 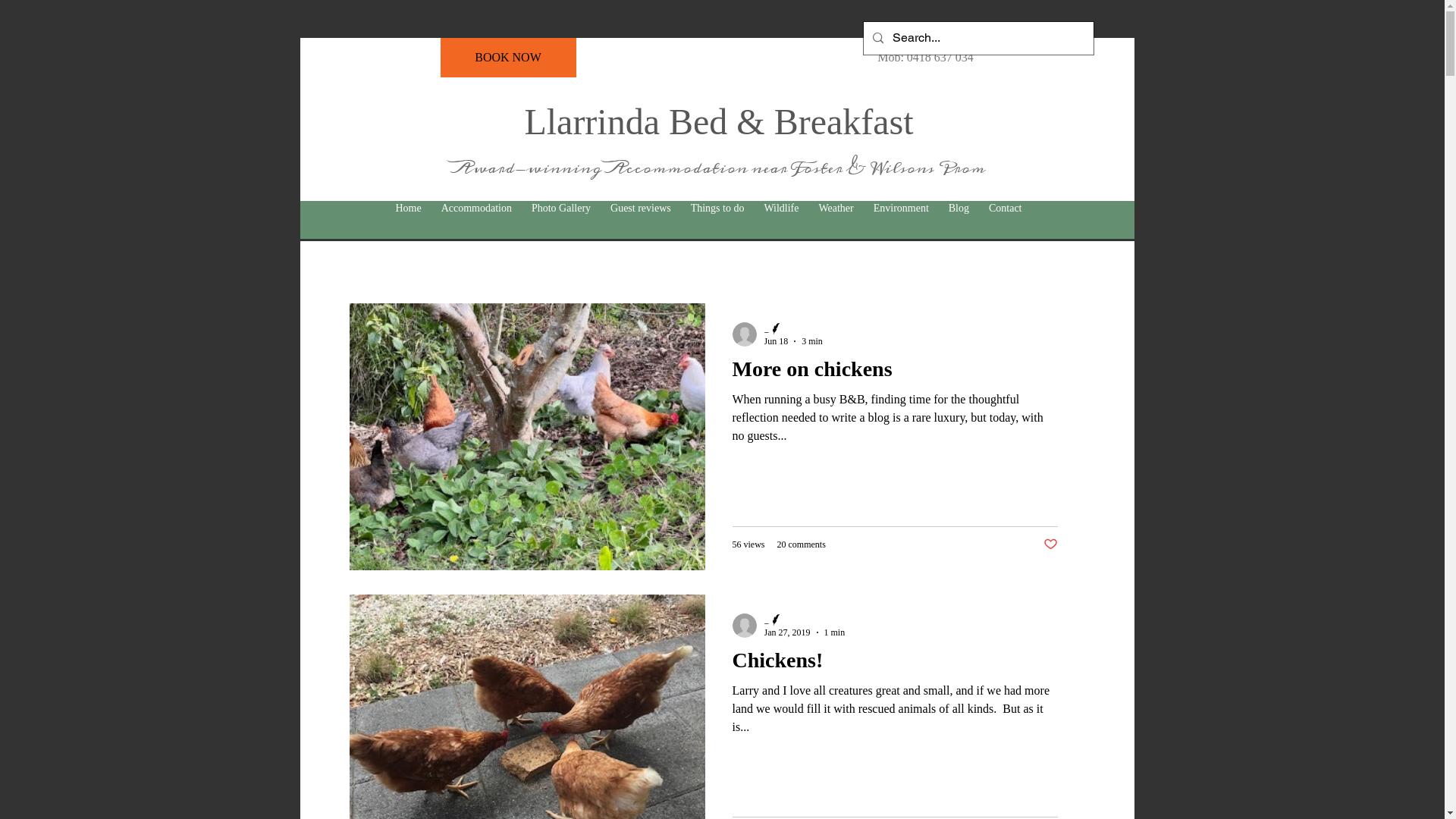 What do you see at coordinates (753, 208) in the screenshot?
I see `'Wildlife'` at bounding box center [753, 208].